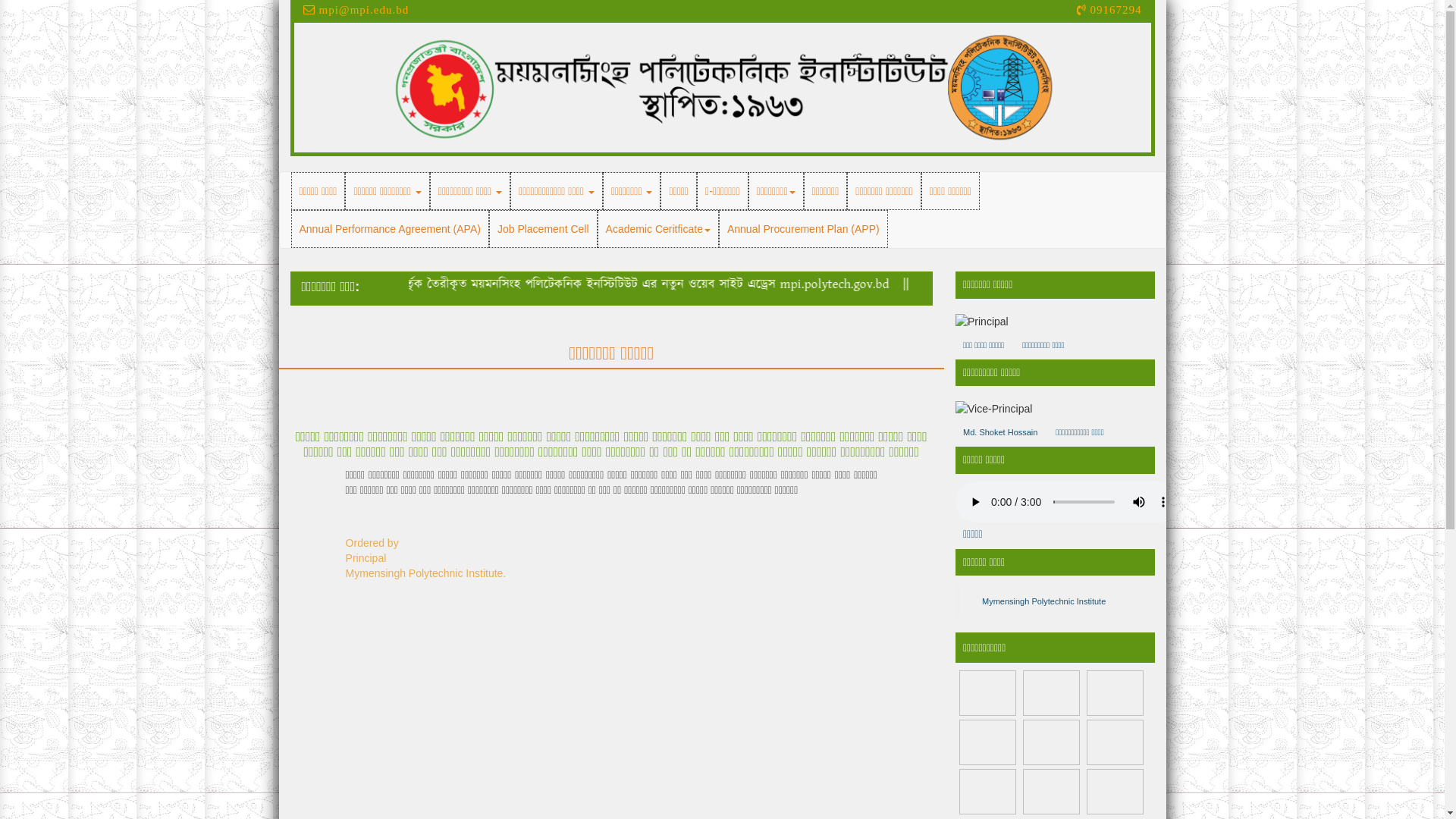  What do you see at coordinates (954, 408) in the screenshot?
I see `'Md. Shoket Hossain'` at bounding box center [954, 408].